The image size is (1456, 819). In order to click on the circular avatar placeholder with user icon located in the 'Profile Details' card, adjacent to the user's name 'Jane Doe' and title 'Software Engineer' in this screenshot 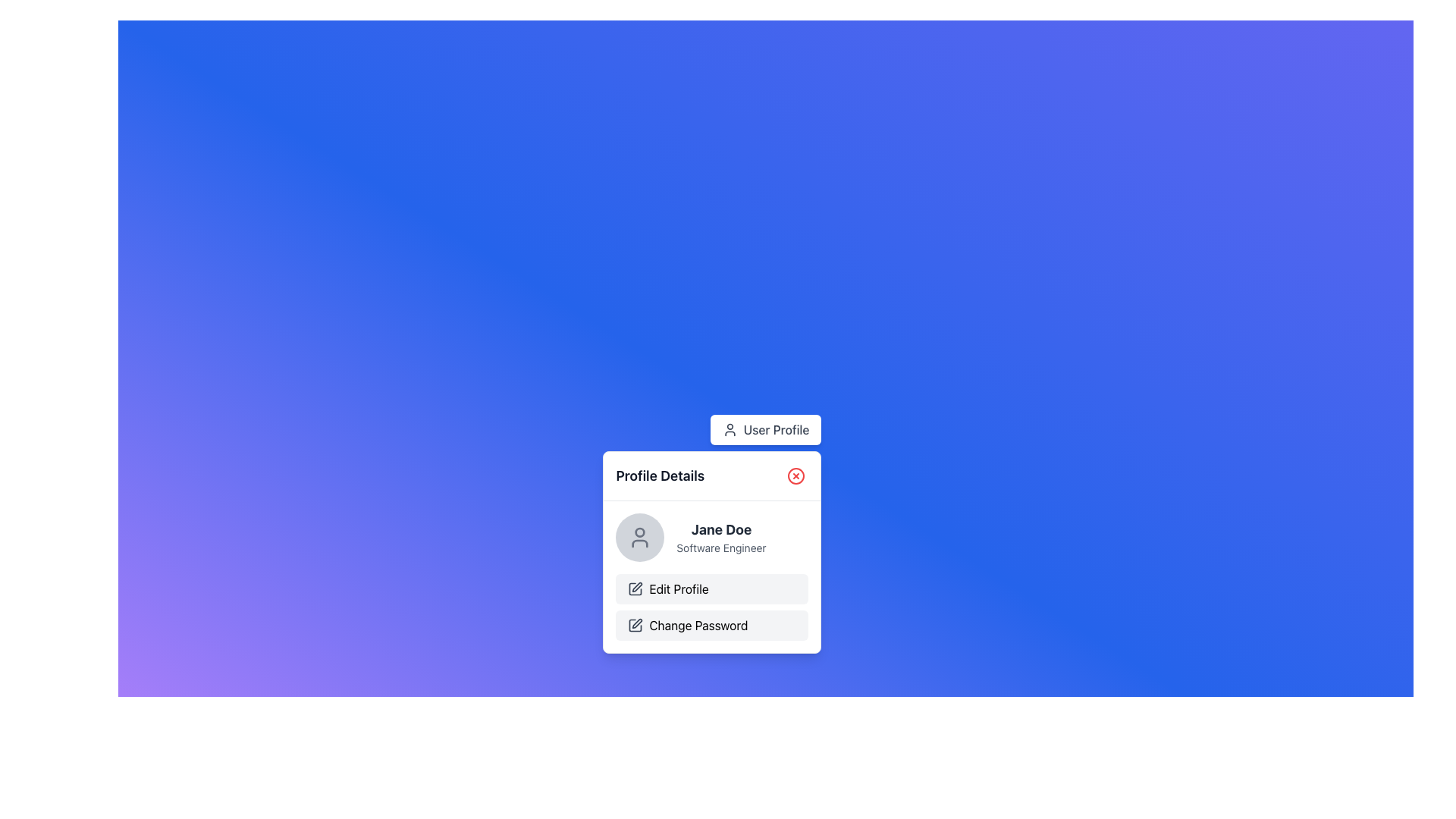, I will do `click(640, 537)`.